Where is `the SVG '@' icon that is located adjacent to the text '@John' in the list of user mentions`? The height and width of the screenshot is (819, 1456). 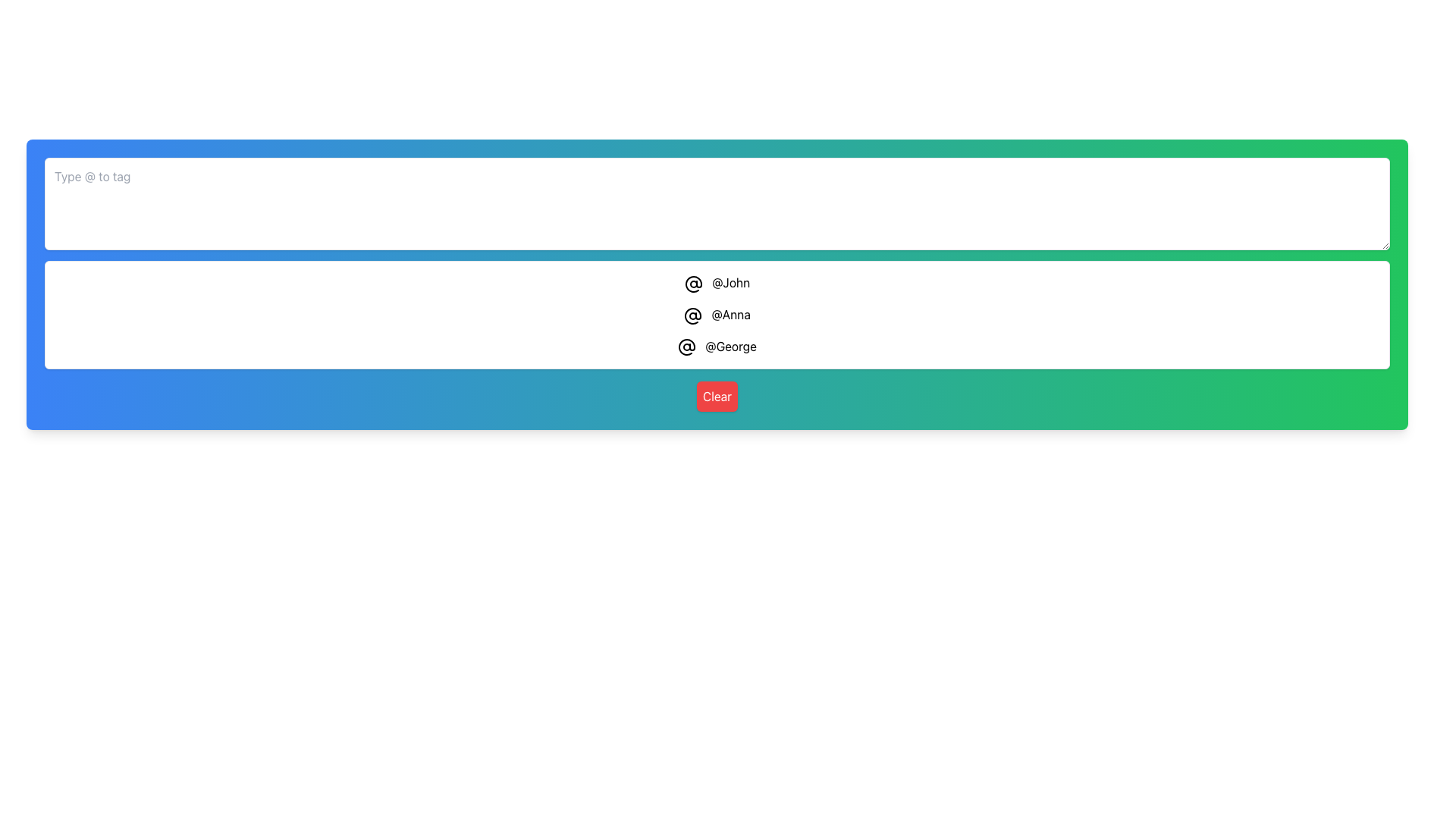
the SVG '@' icon that is located adjacent to the text '@John' in the list of user mentions is located at coordinates (692, 284).